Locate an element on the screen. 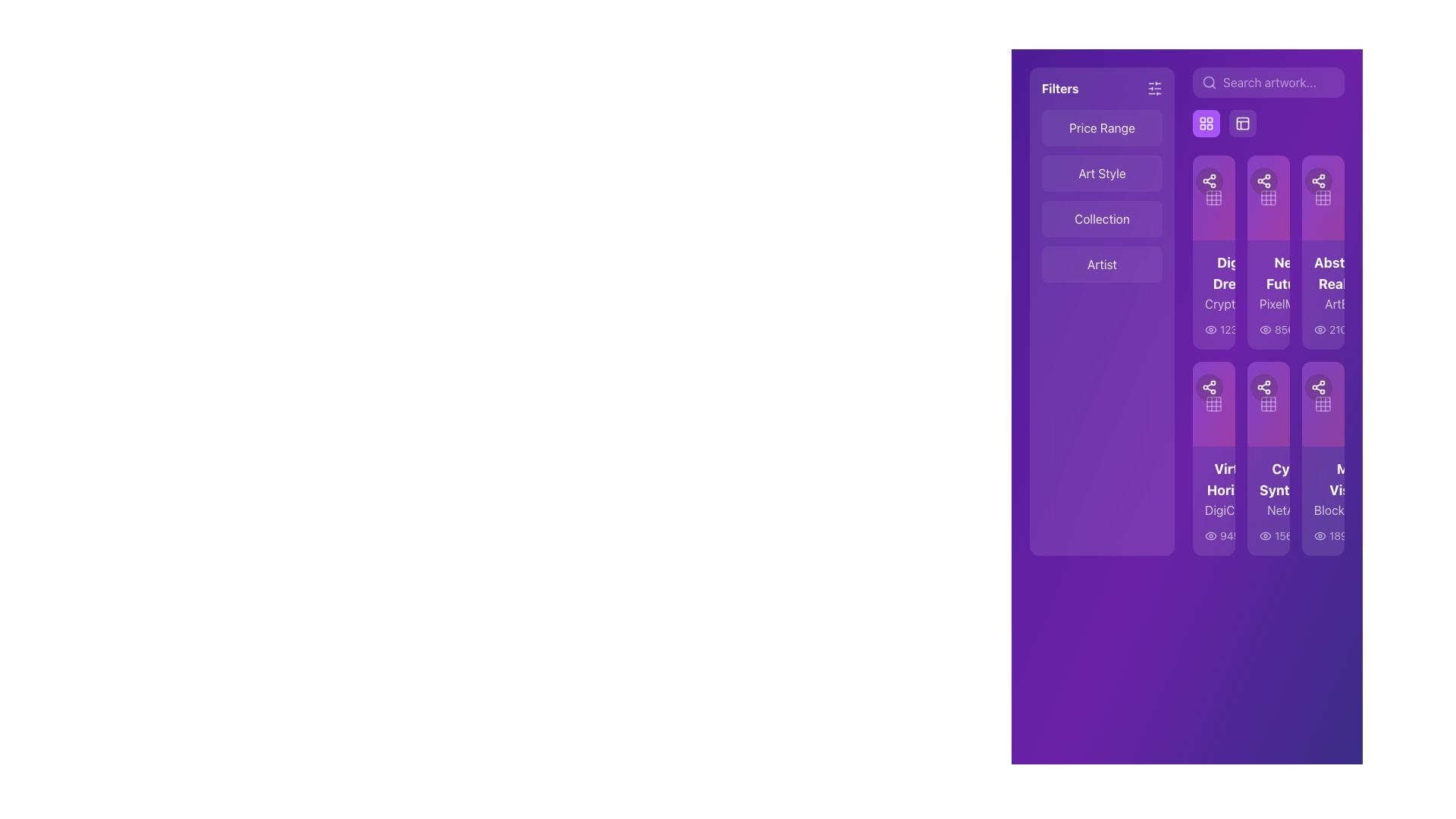 Image resolution: width=1456 pixels, height=819 pixels. the vertical card with a purple background displaying 'Neon Futures' and 'PixelMaster' text, located in the right panel of the interface as the second card in the first row is located at coordinates (1269, 295).